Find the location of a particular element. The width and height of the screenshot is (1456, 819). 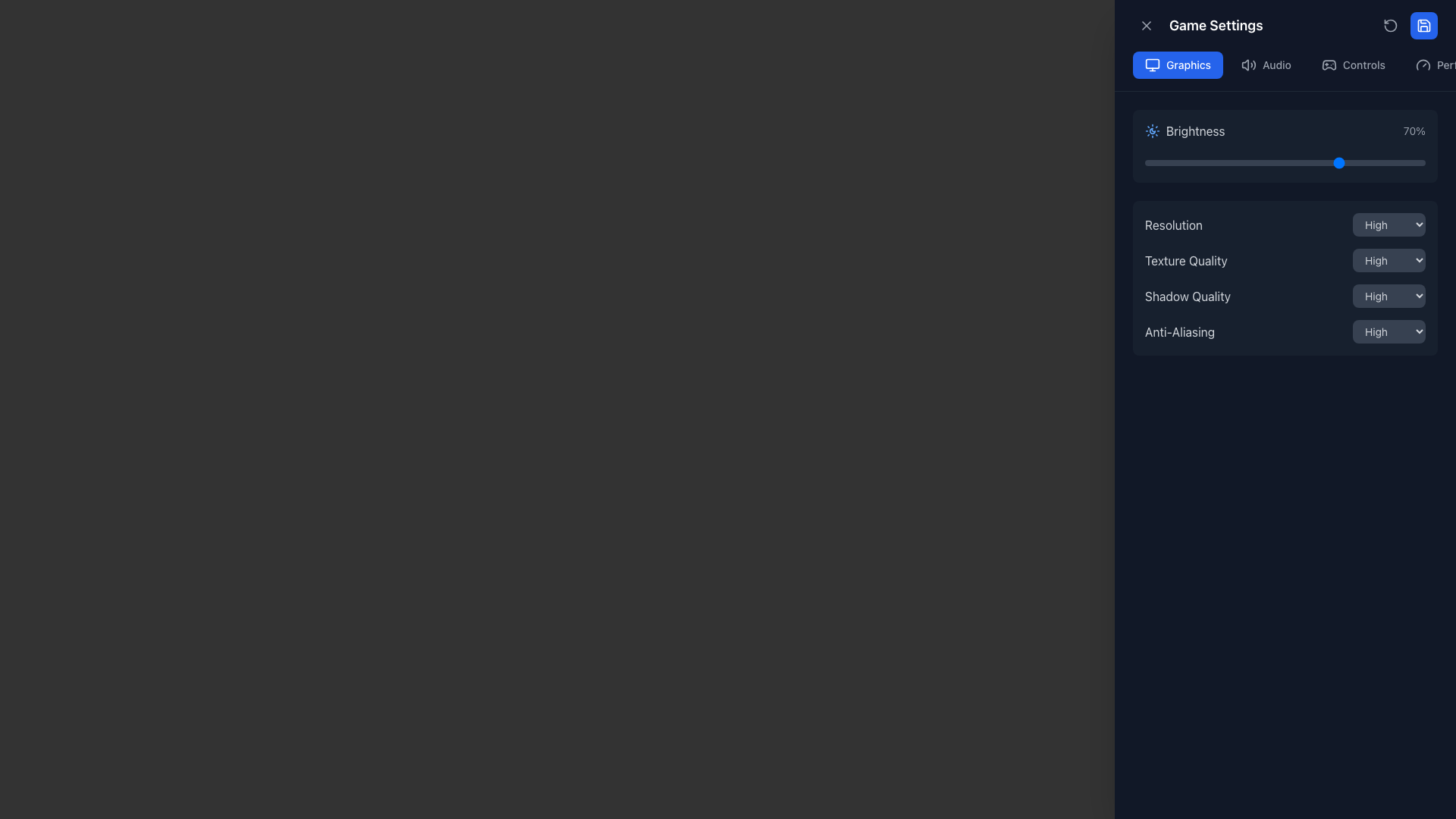

brightness is located at coordinates (1397, 163).